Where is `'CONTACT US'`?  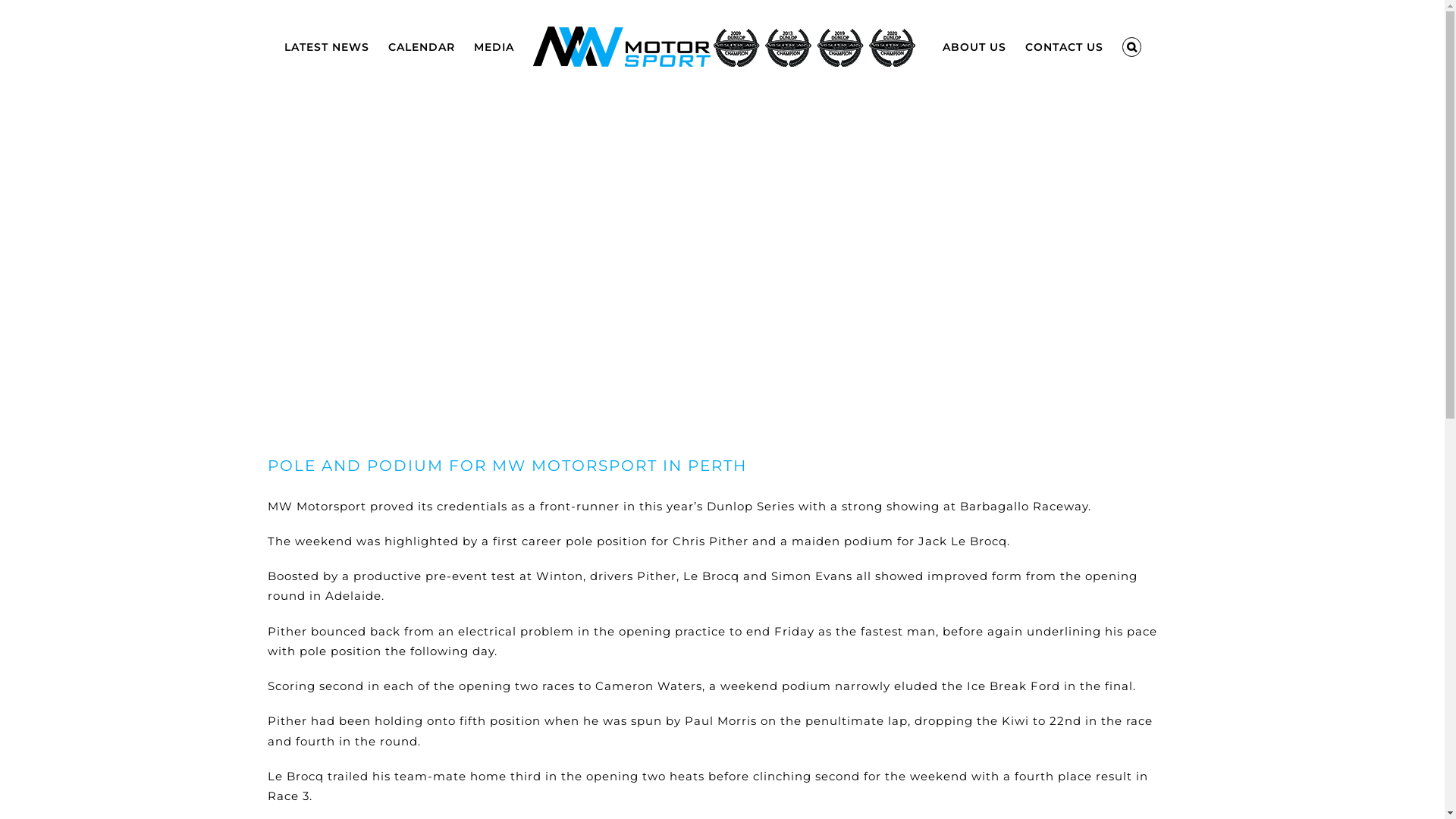 'CONTACT US' is located at coordinates (1025, 40).